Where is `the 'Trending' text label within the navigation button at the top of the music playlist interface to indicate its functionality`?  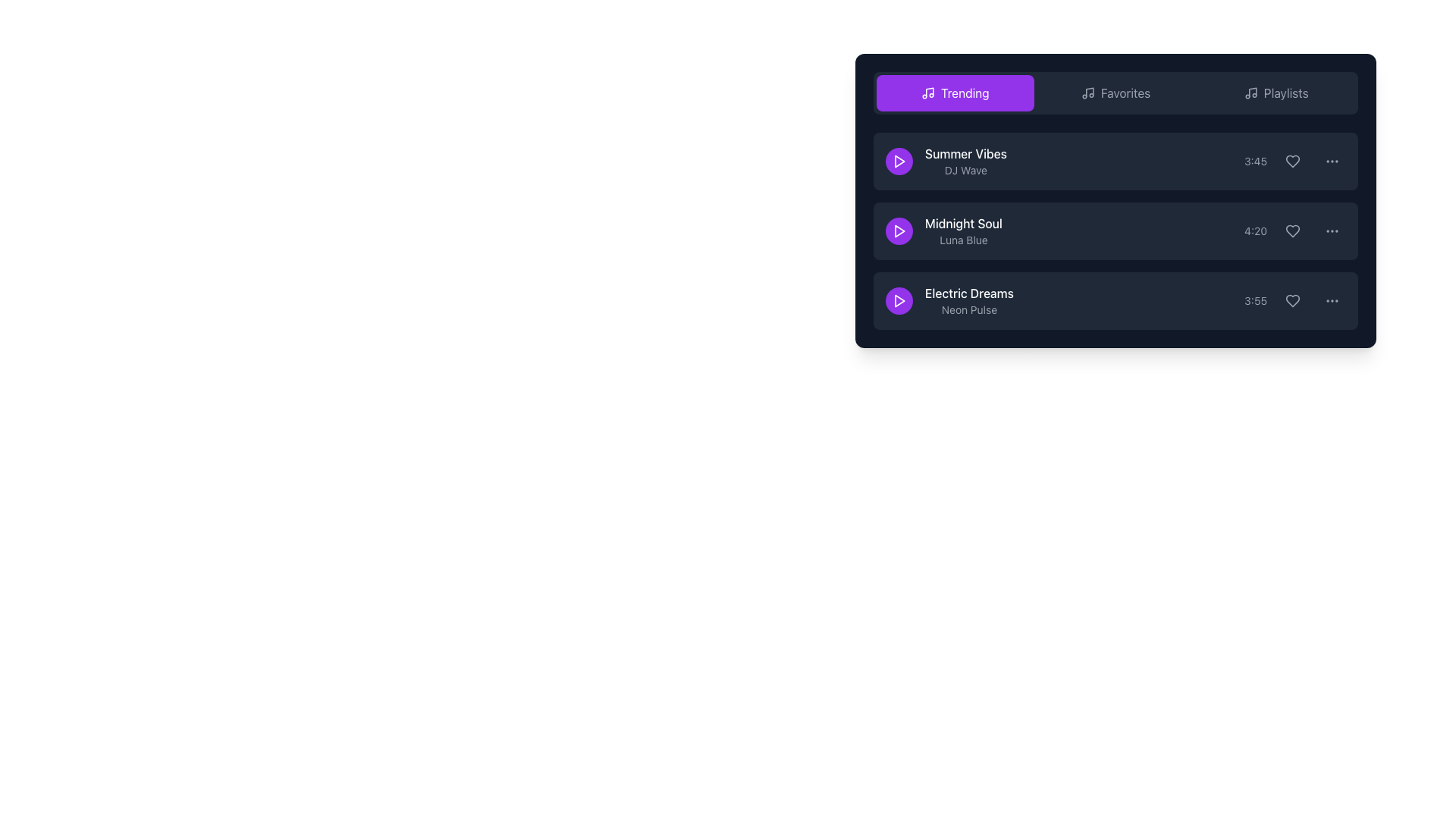 the 'Trending' text label within the navigation button at the top of the music playlist interface to indicate its functionality is located at coordinates (964, 93).